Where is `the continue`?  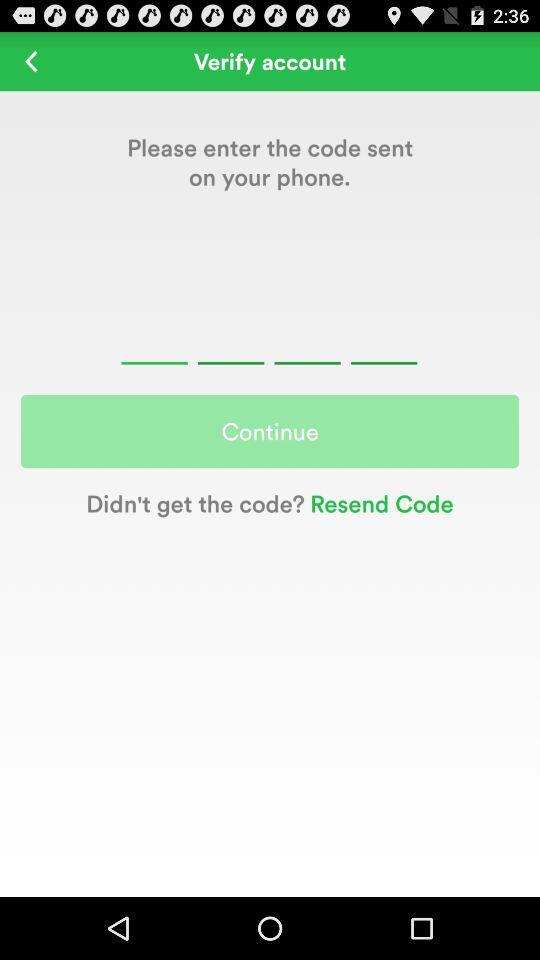
the continue is located at coordinates (270, 431).